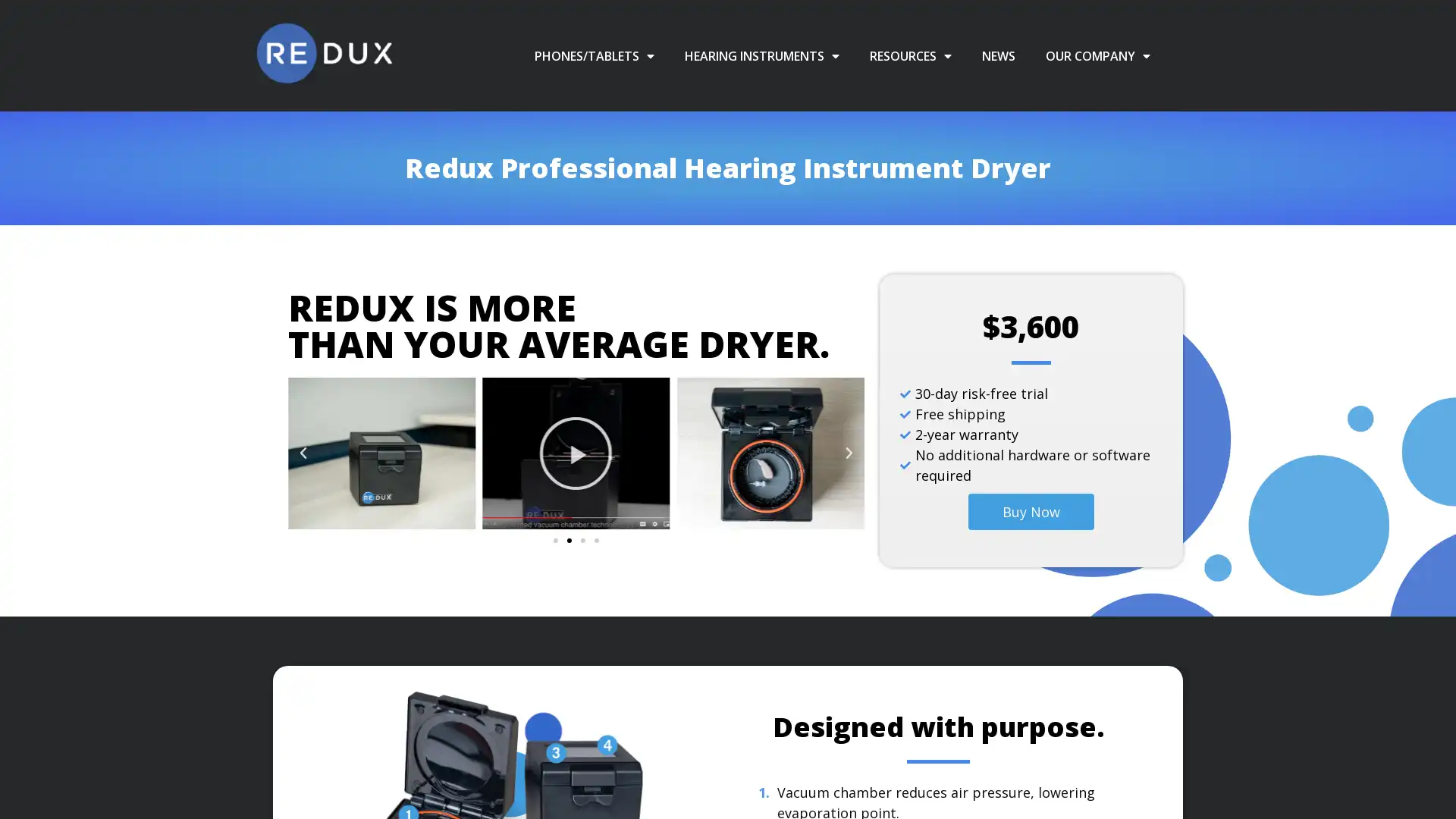 The width and height of the screenshot is (1456, 819). Describe the element at coordinates (847, 452) in the screenshot. I see `Next slide` at that location.